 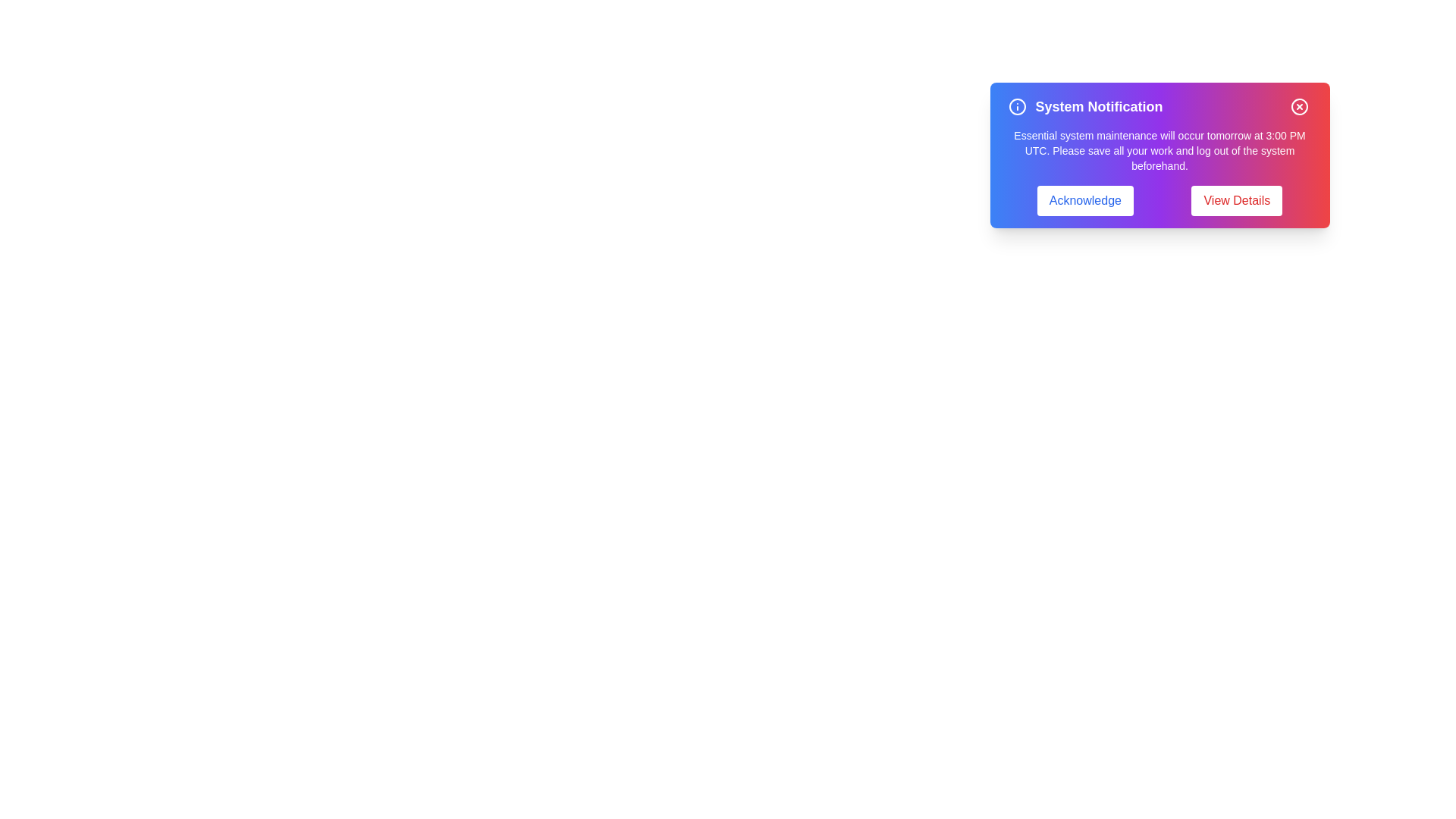 What do you see at coordinates (1237, 200) in the screenshot?
I see `the button labeled View Details to view its hover effect` at bounding box center [1237, 200].